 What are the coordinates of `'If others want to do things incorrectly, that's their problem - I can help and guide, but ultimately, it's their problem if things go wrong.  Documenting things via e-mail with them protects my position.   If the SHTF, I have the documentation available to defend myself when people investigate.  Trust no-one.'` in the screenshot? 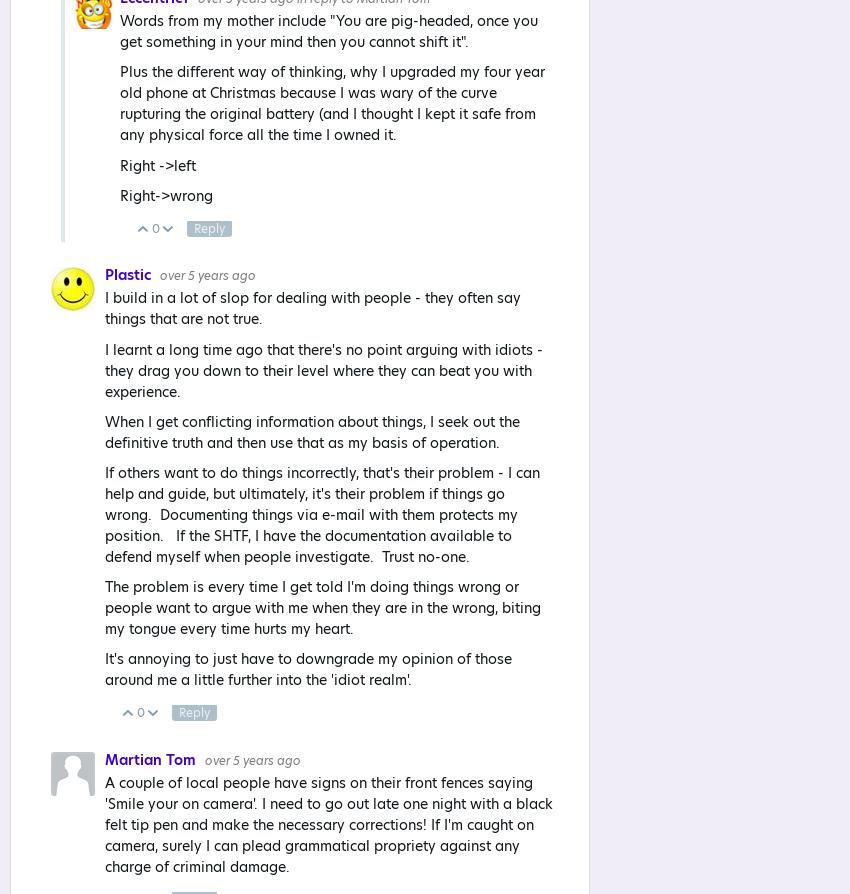 It's located at (322, 515).